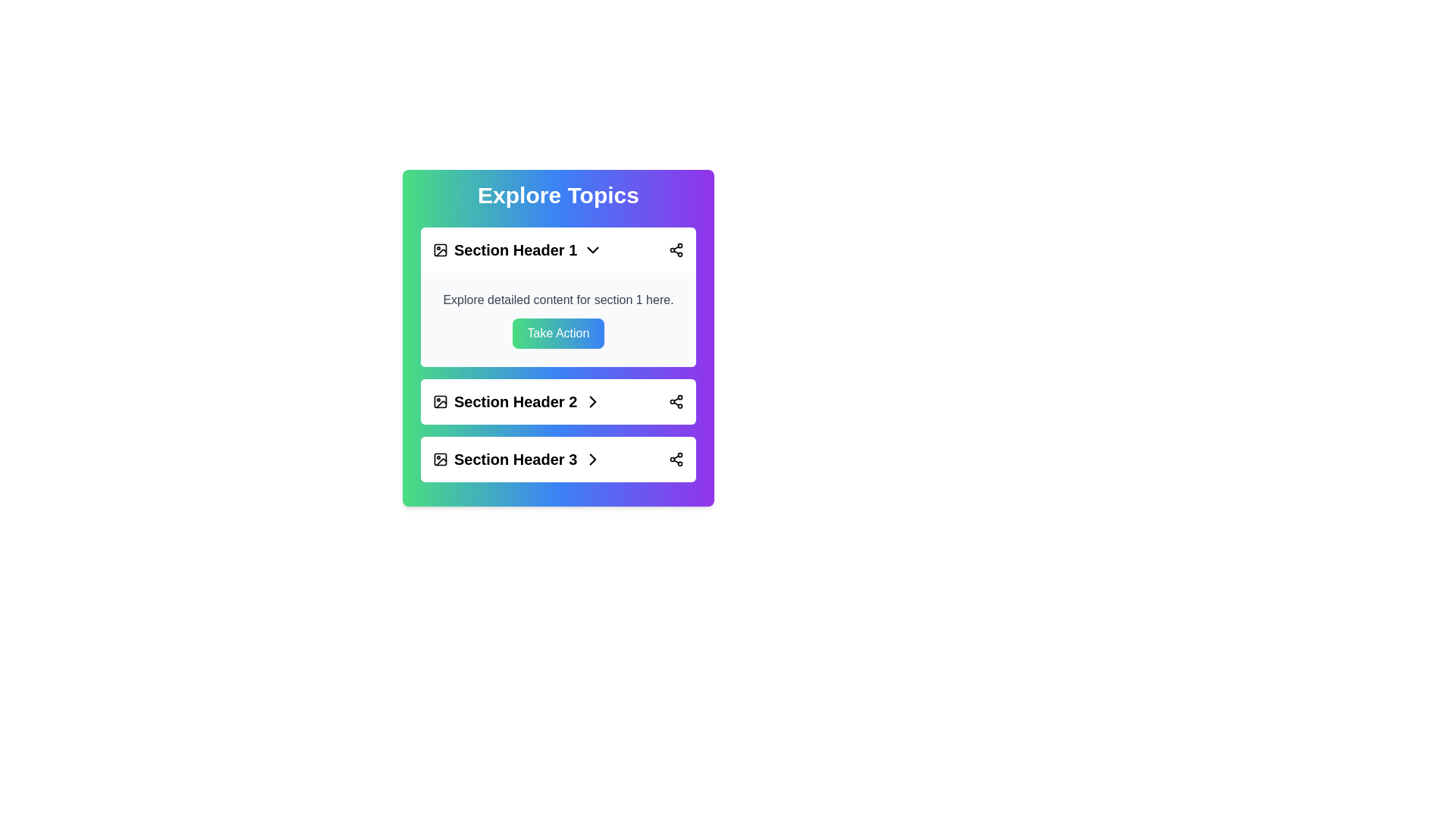  Describe the element at coordinates (592, 458) in the screenshot. I see `the chevron icon located to the right of the text 'Section Header 3'` at that location.